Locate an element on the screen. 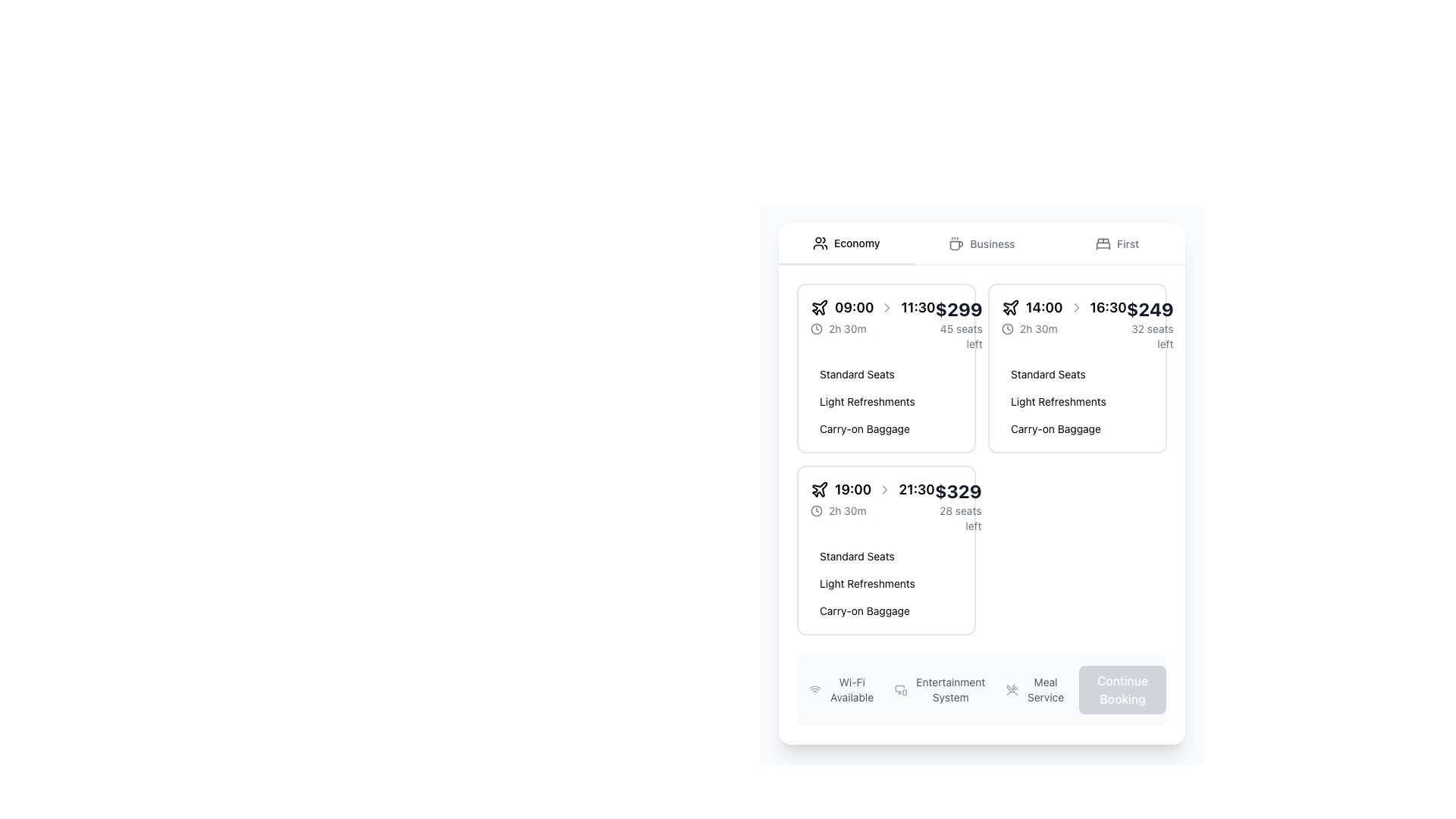 The width and height of the screenshot is (1456, 819). the flight services icon located to the left of the '19:00' text, which is part of the '19:00 - 21:30' flight time information display is located at coordinates (818, 489).